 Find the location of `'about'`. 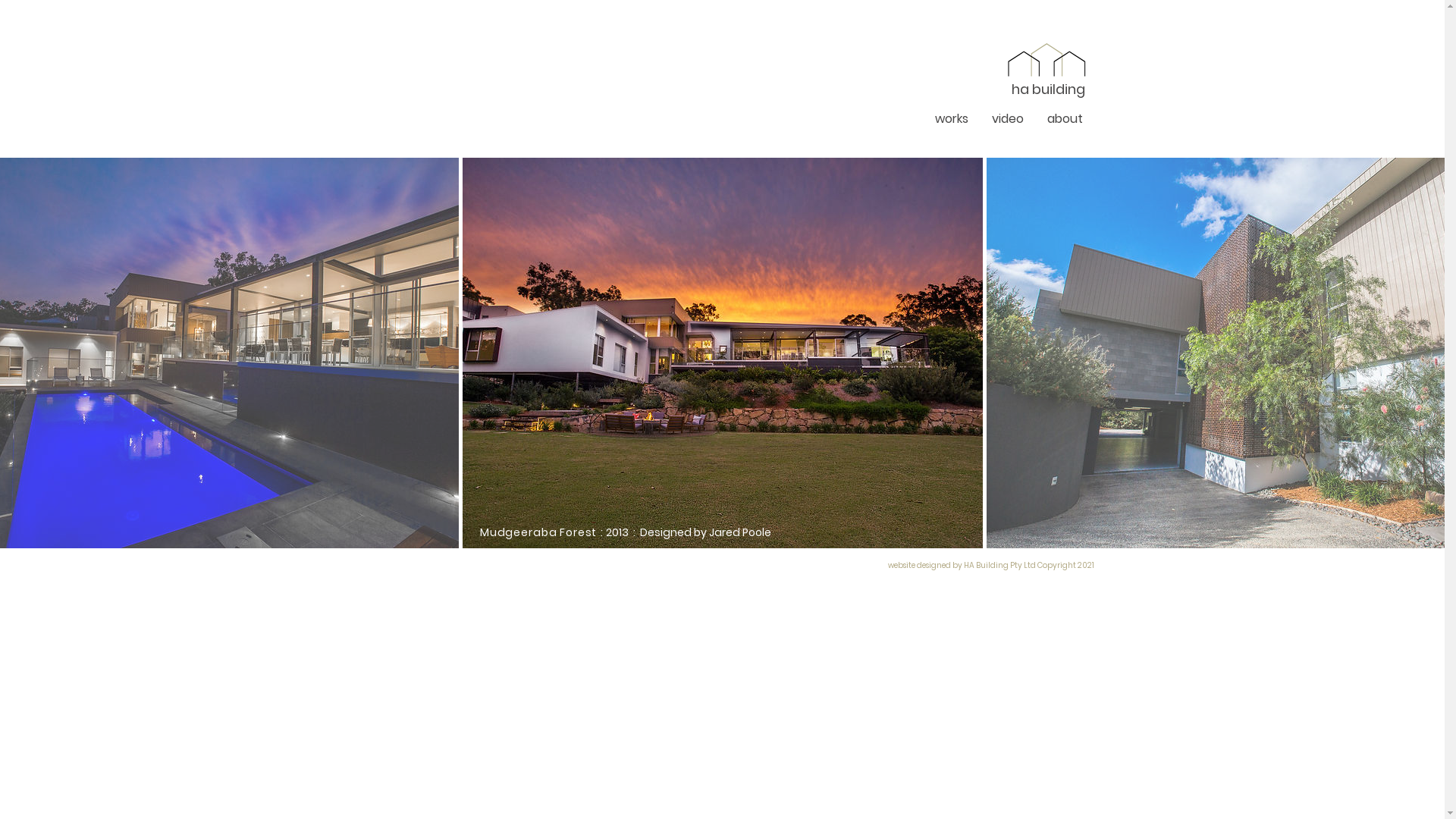

'about' is located at coordinates (1064, 118).